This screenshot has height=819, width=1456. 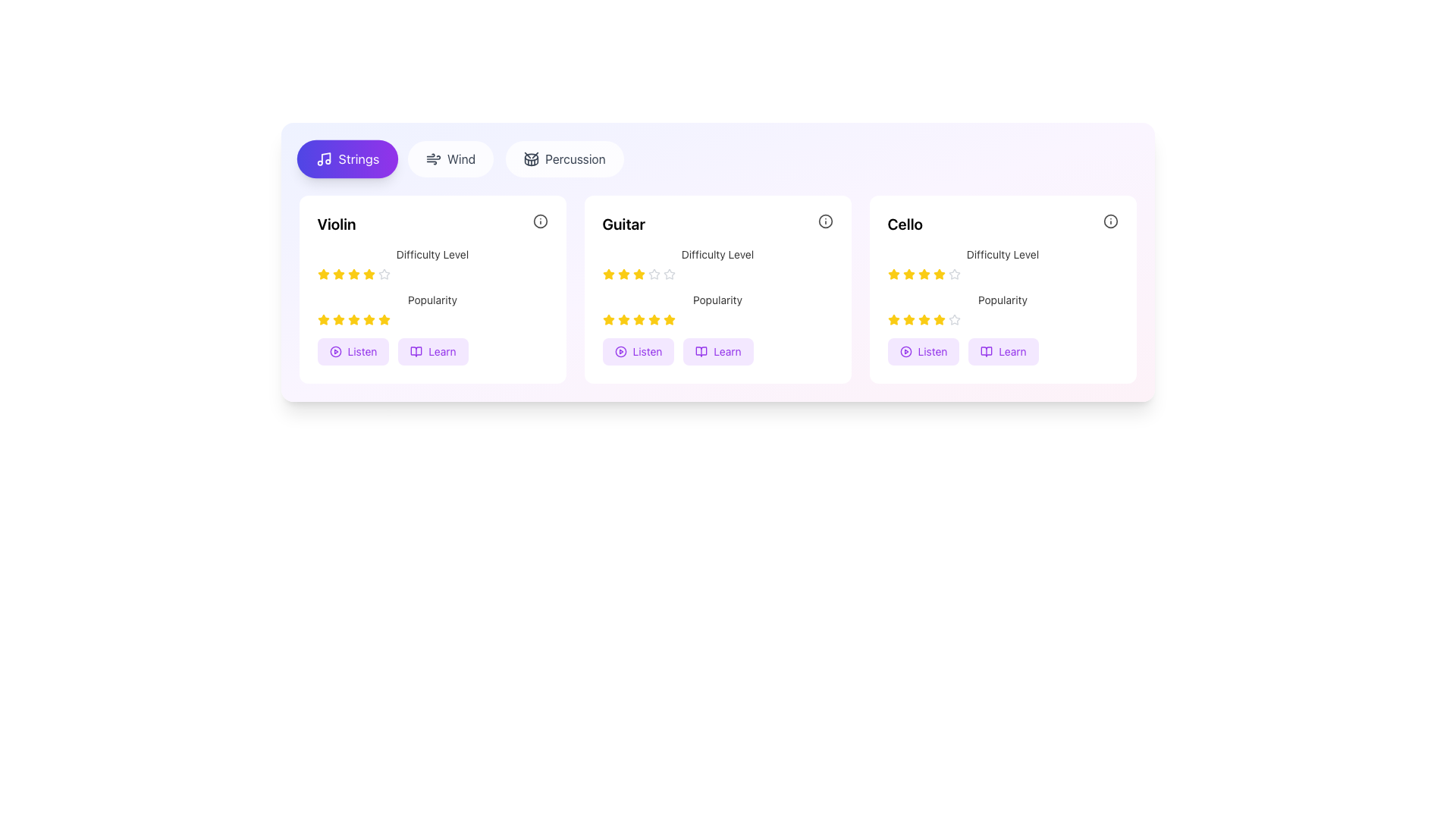 I want to click on the title text of the first card in the 'Strings' category section, so click(x=336, y=224).